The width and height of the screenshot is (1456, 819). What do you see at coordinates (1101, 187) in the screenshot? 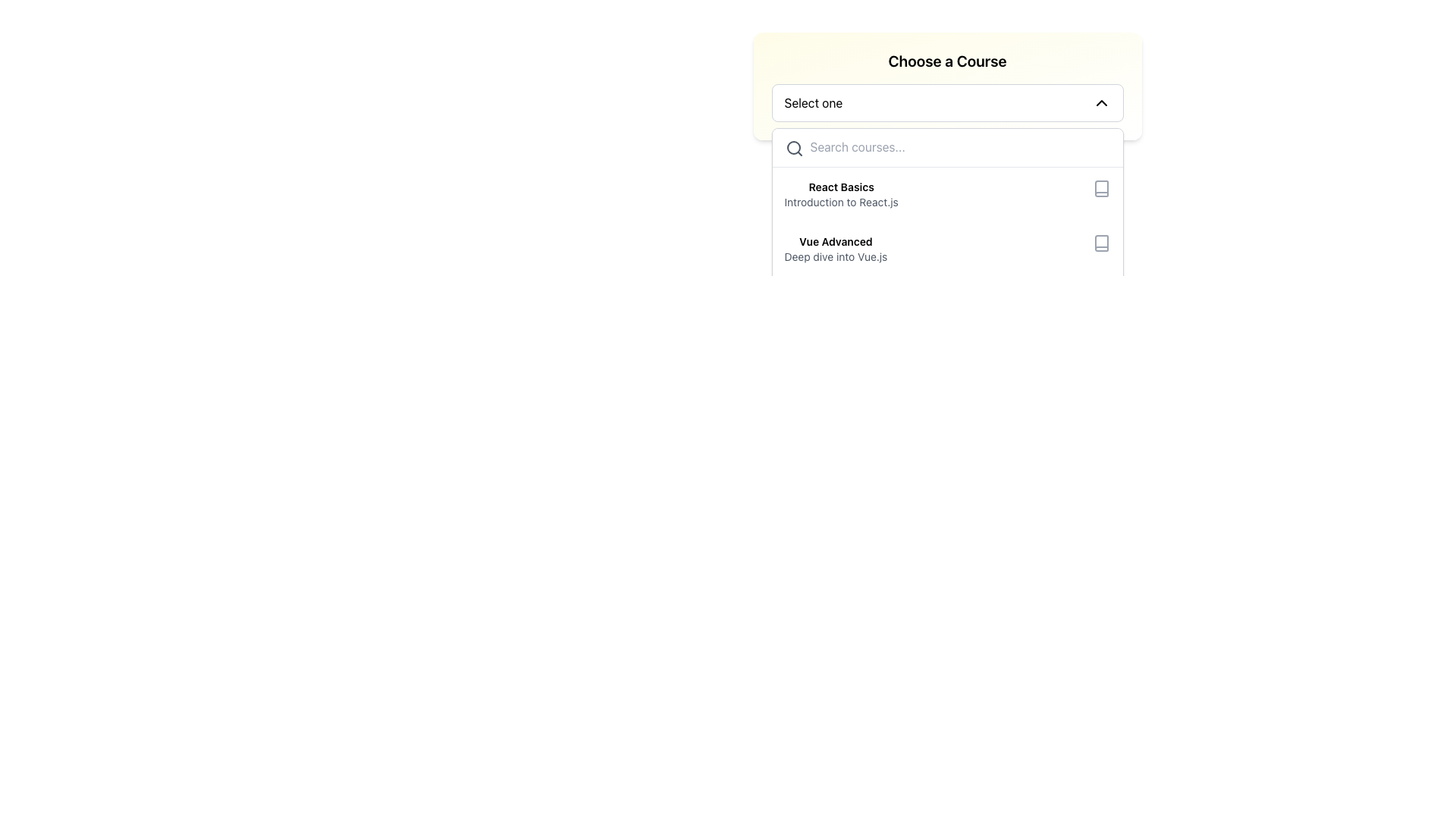
I see `the book icon SVG element, which features a rectangular shape with rounded corners and a gray stroke color, located to the right of the text 'React BasicsIntroduction to React.js'` at bounding box center [1101, 187].